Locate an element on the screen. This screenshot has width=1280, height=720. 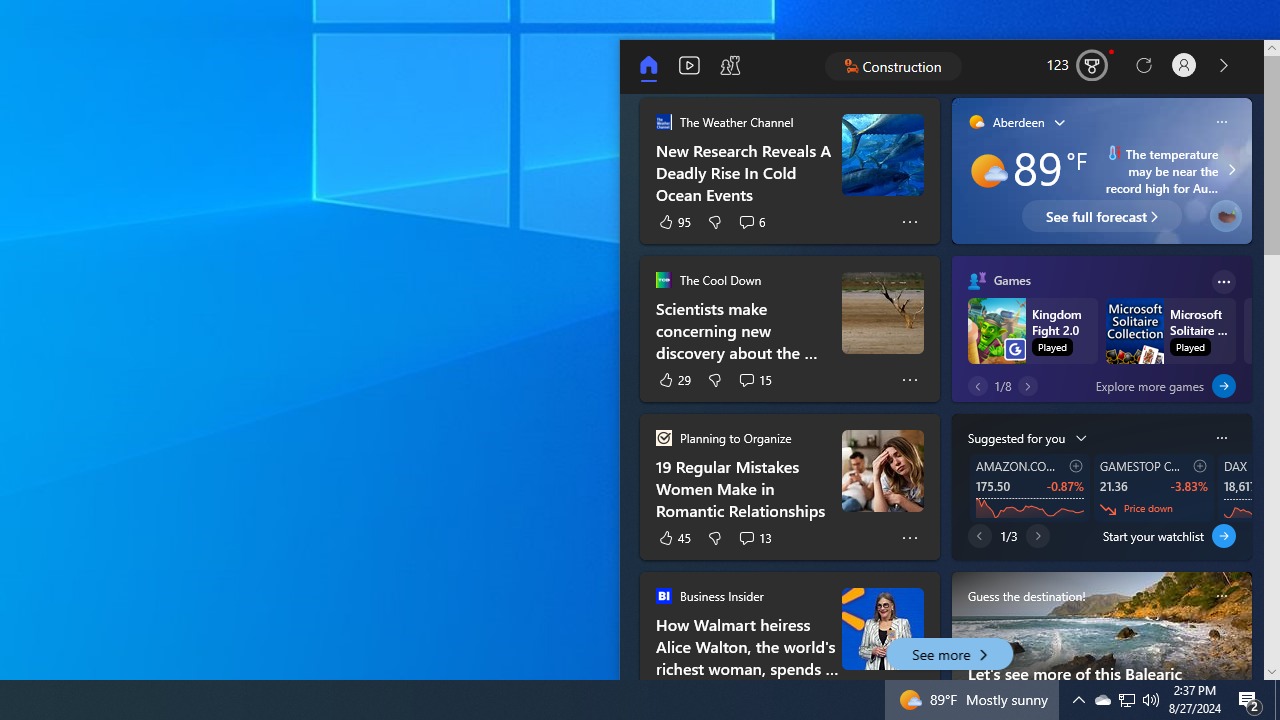
'Weather Location List' is located at coordinates (1058, 120).